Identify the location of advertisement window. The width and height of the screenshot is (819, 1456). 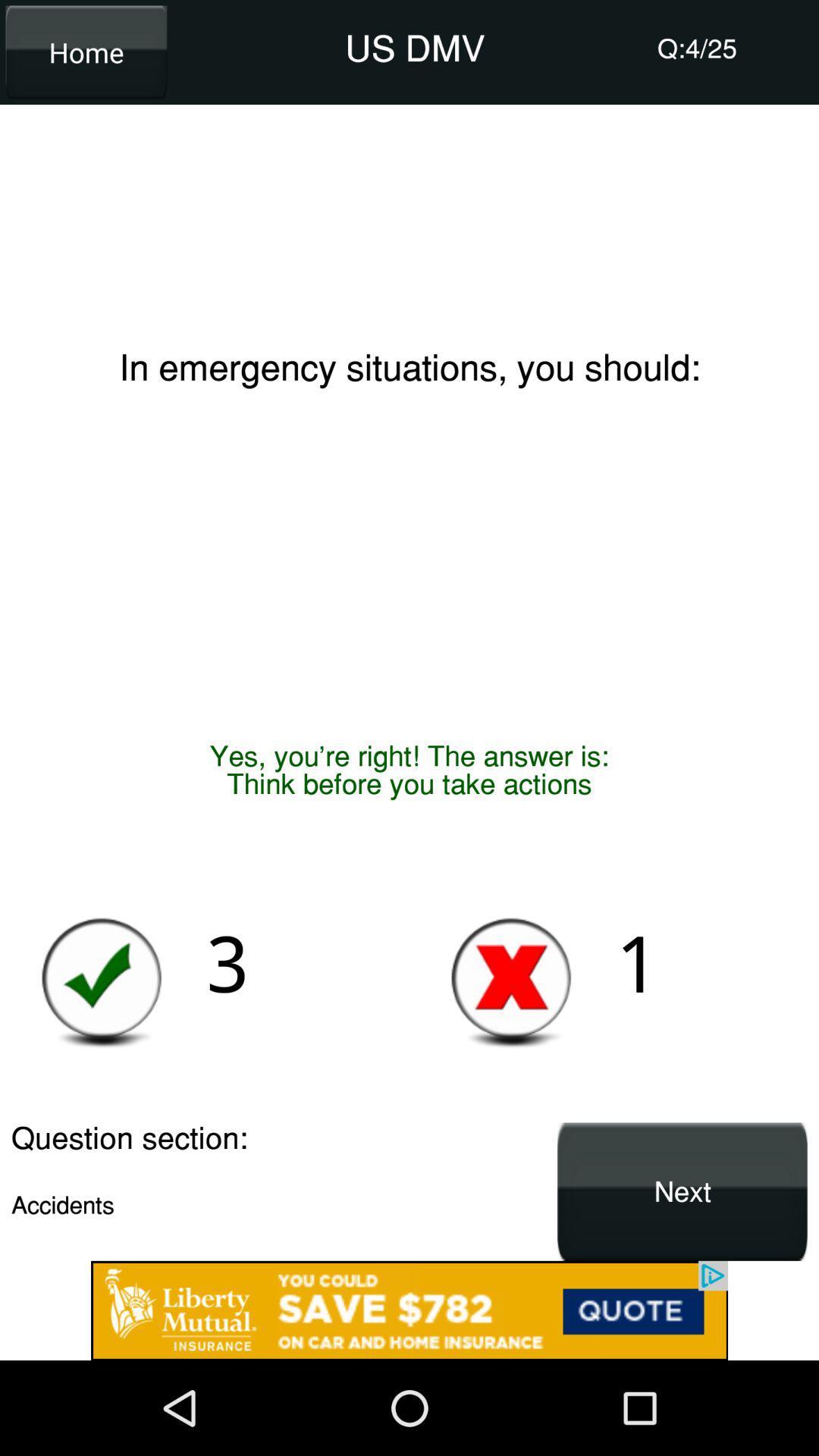
(409, 1310).